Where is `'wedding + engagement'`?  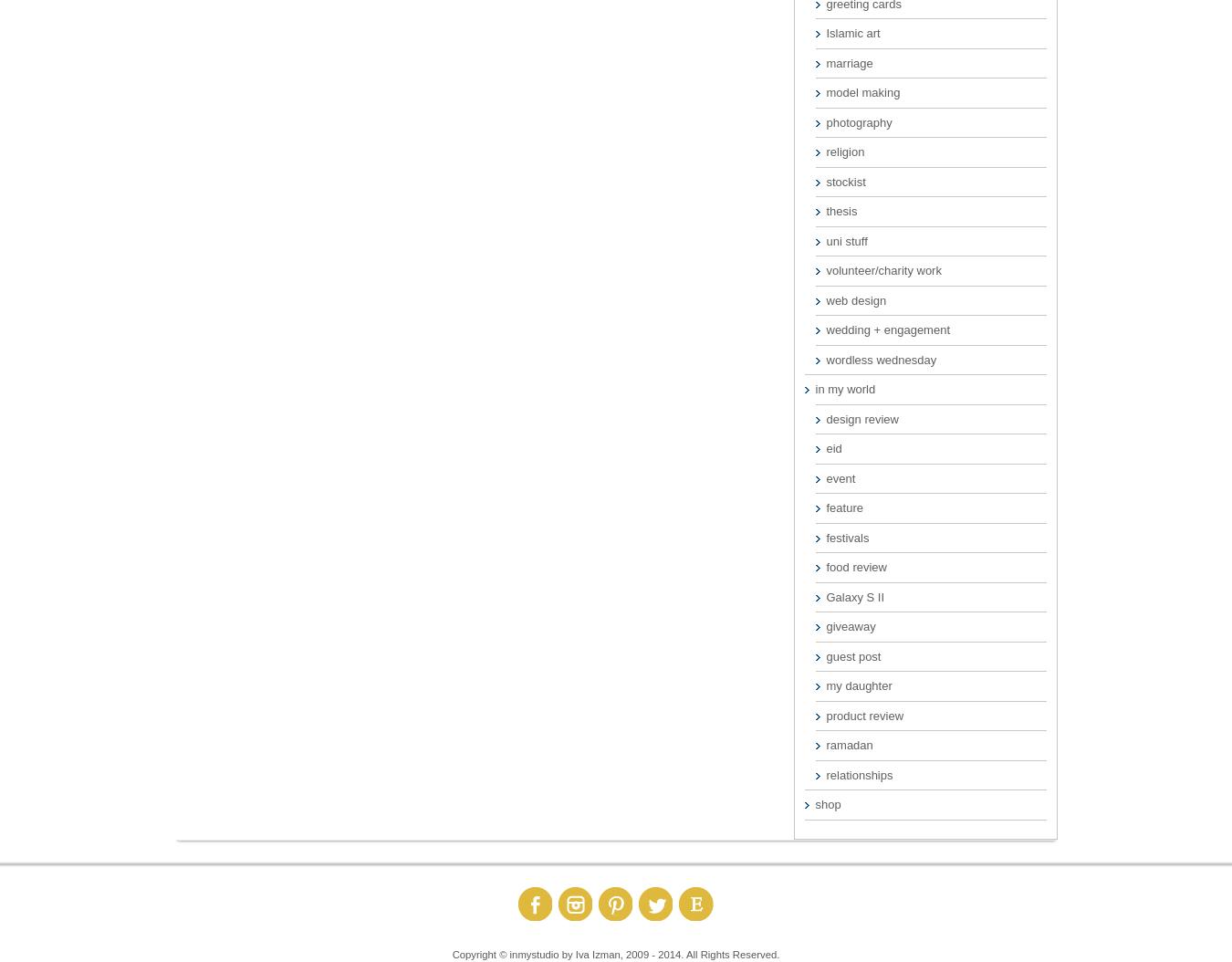 'wedding + engagement' is located at coordinates (886, 329).